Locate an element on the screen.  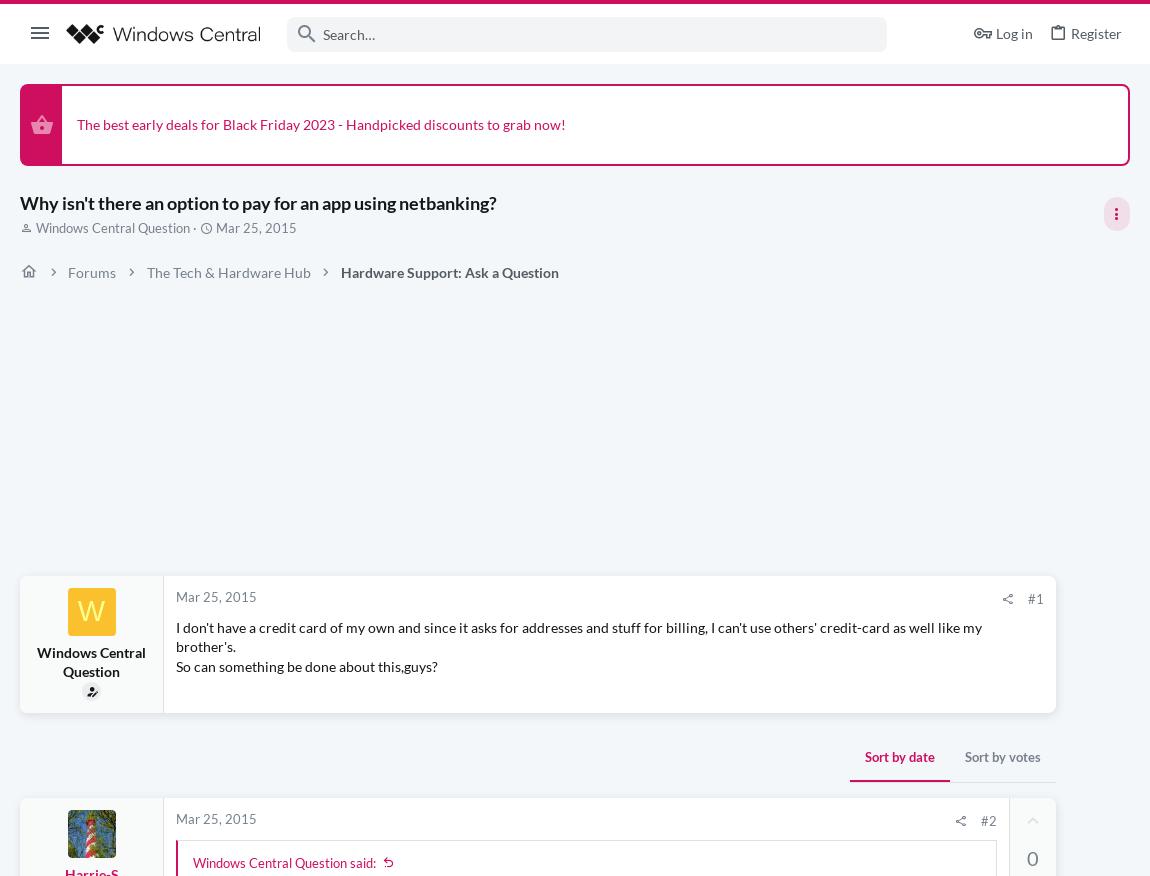
'Hardware Support: Ask a Question' is located at coordinates (449, 270).